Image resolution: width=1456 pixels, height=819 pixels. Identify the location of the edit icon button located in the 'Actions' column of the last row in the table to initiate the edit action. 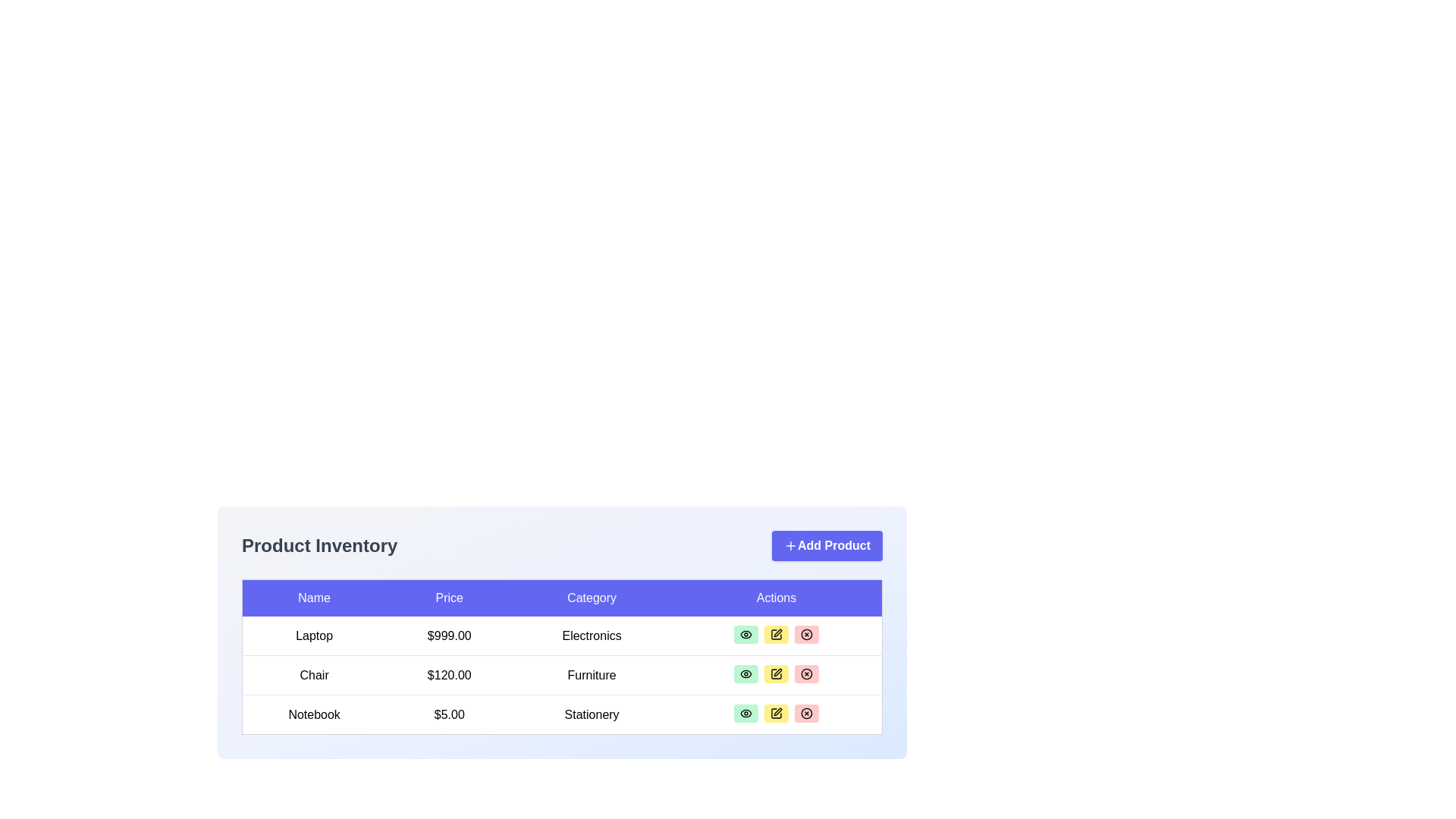
(777, 711).